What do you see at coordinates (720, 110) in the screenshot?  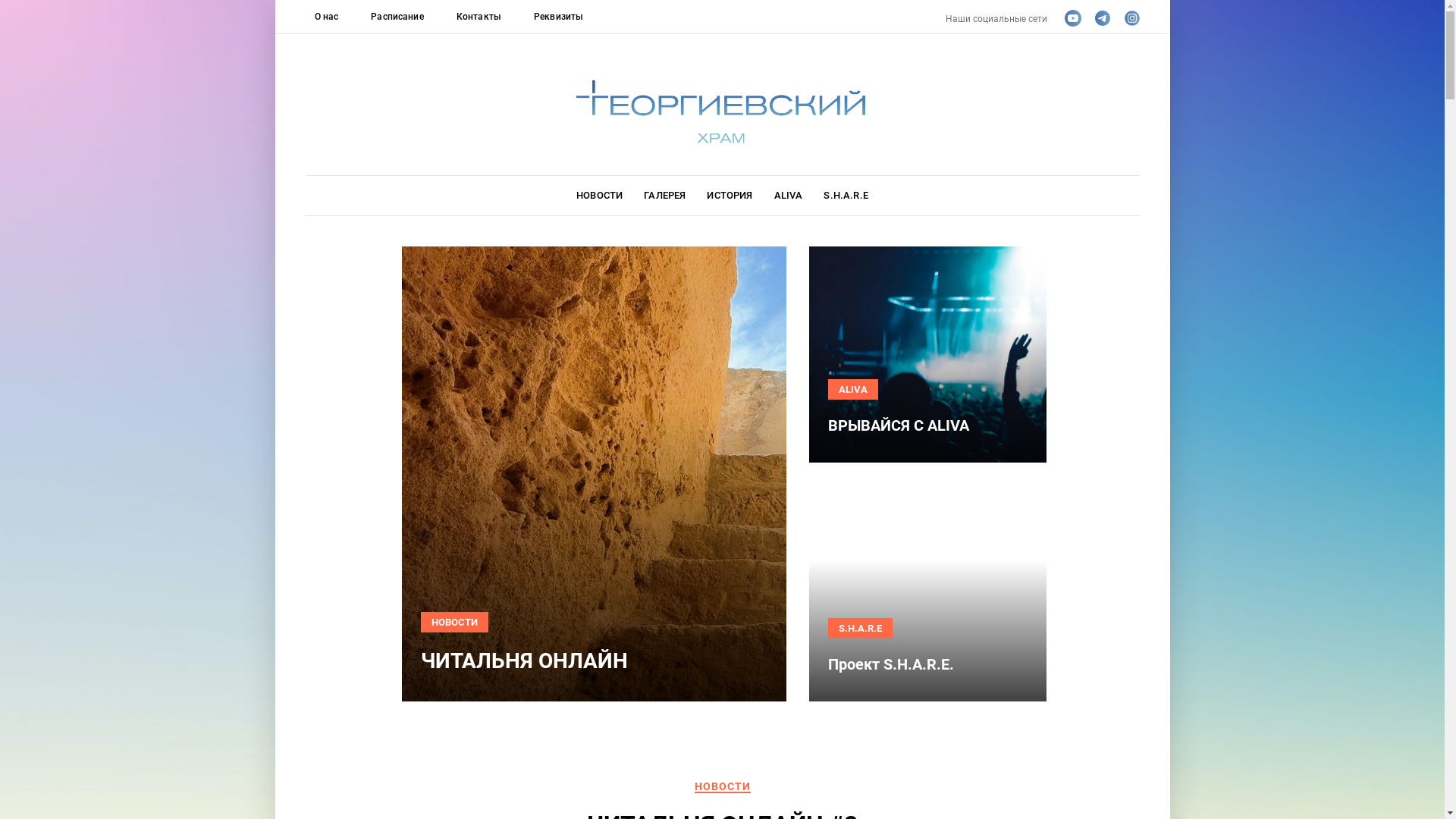 I see `'Logo'` at bounding box center [720, 110].